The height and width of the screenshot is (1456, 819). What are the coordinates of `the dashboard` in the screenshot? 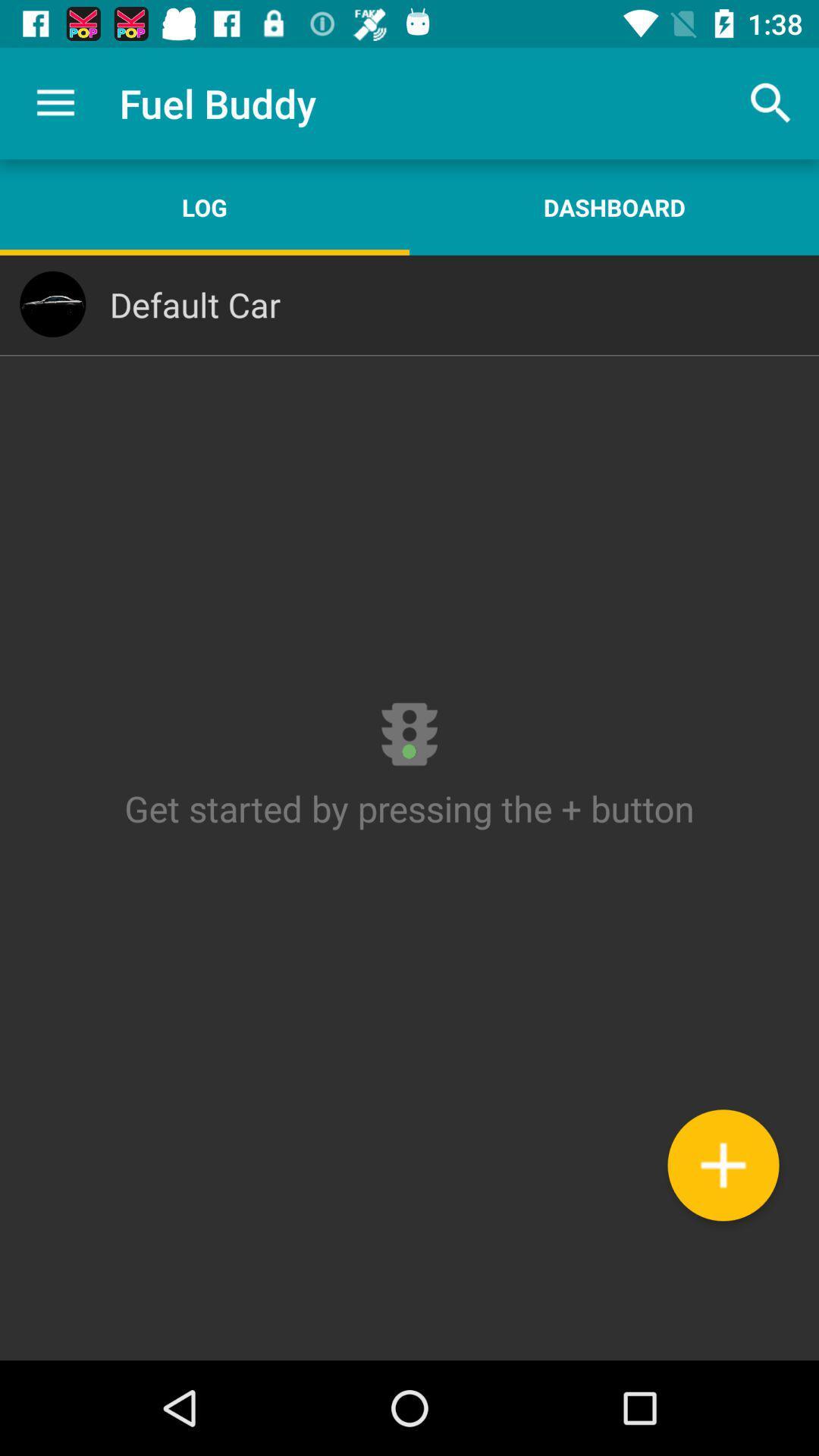 It's located at (614, 206).